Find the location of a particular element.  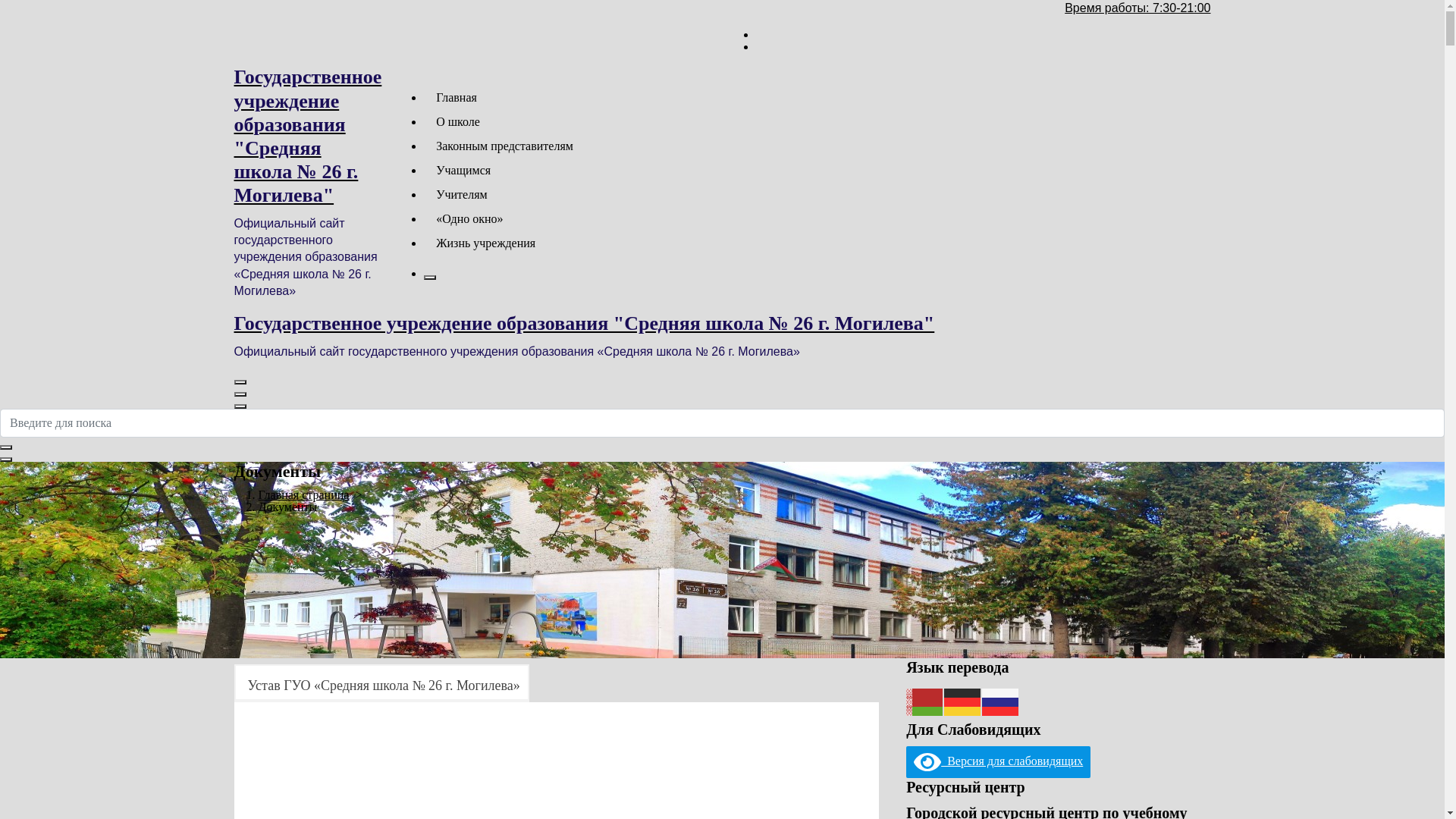

'Russian' is located at coordinates (1001, 701).